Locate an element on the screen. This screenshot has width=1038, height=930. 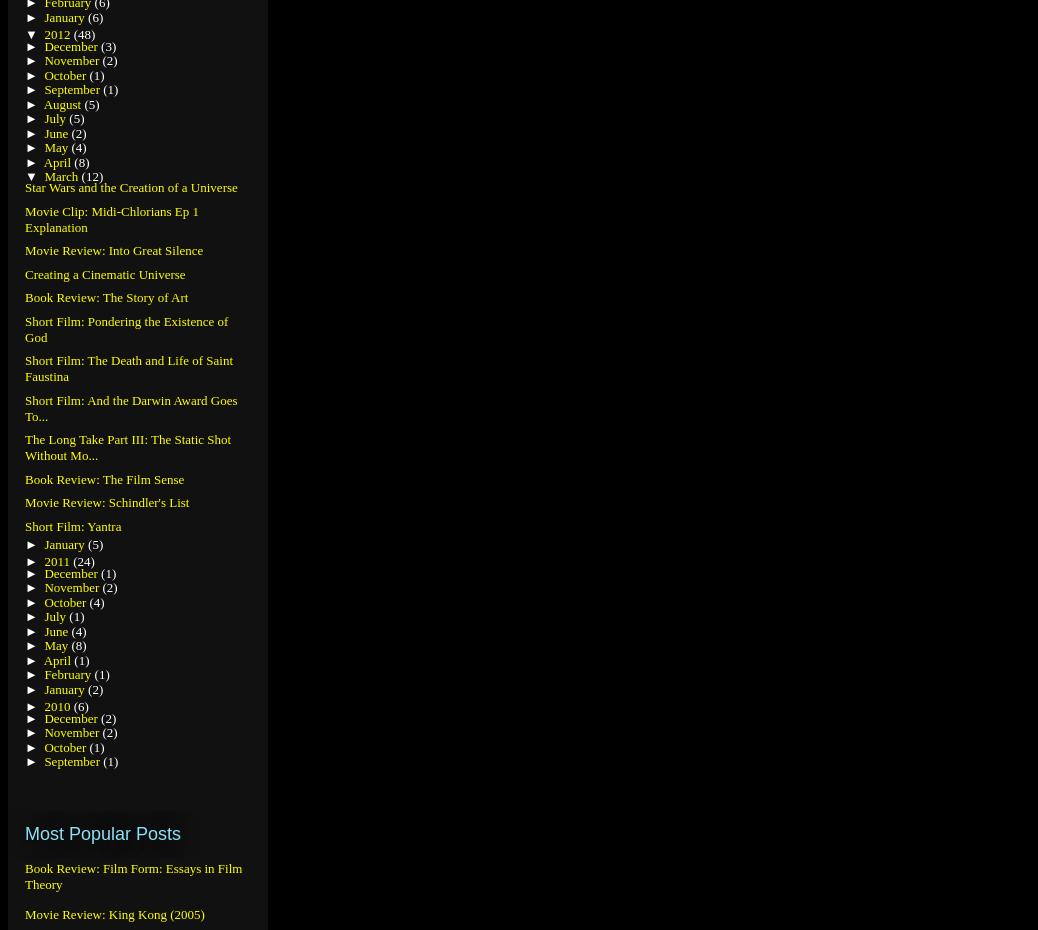
'Short Film: Pondering the Existence of God' is located at coordinates (125, 327).